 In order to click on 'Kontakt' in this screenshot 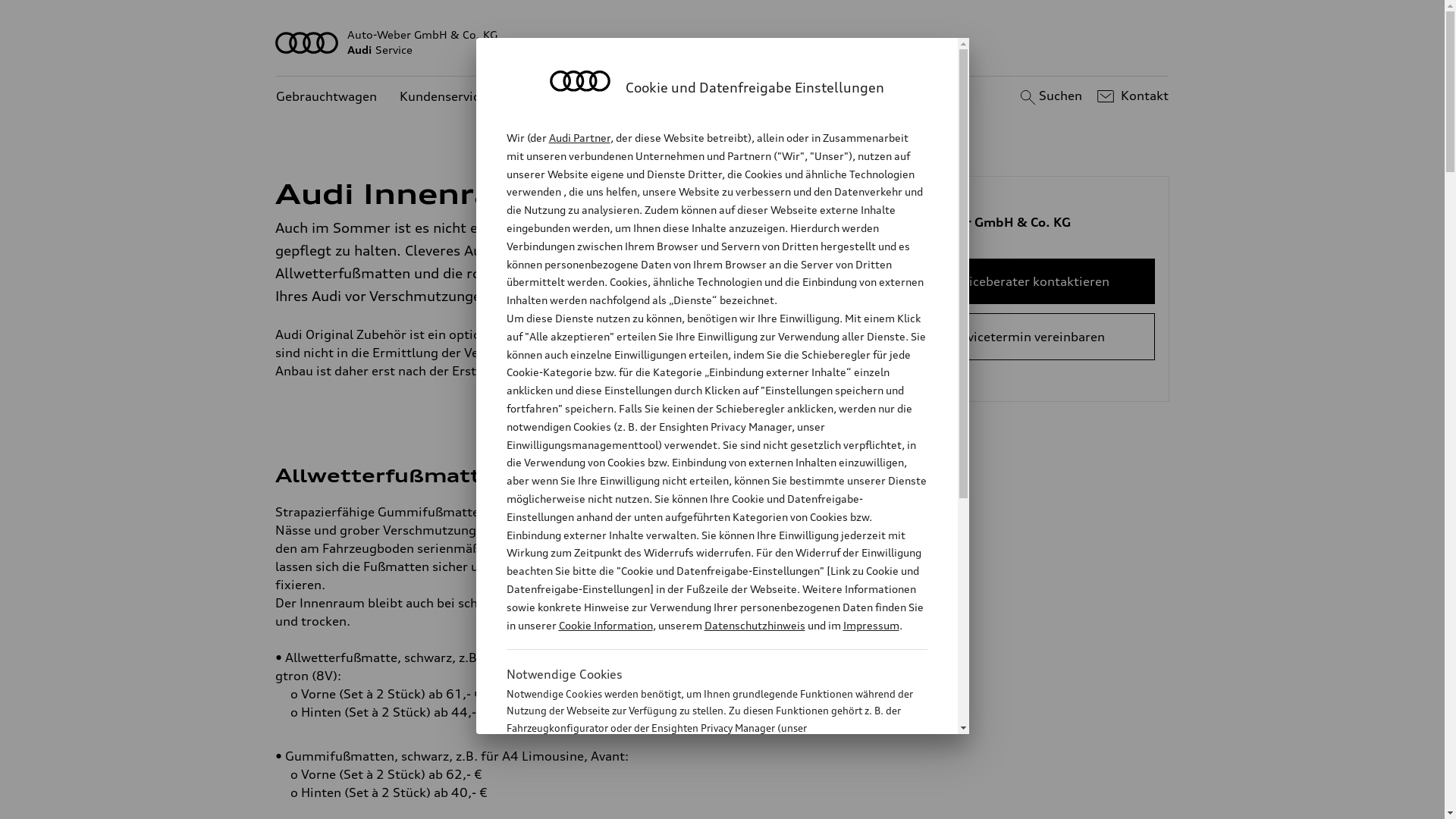, I will do `click(1131, 96)`.